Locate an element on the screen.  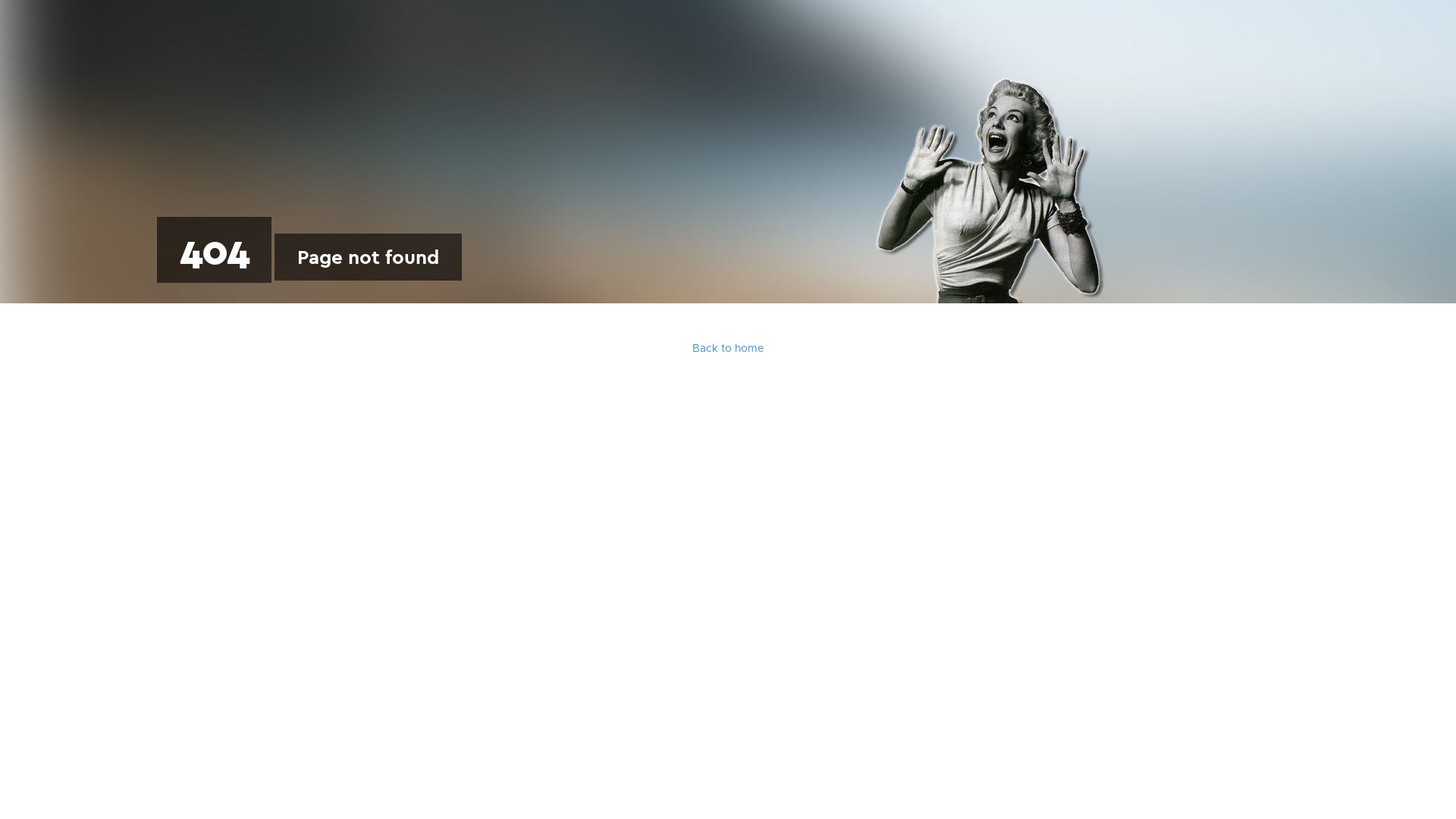
'Back to home' is located at coordinates (728, 348).